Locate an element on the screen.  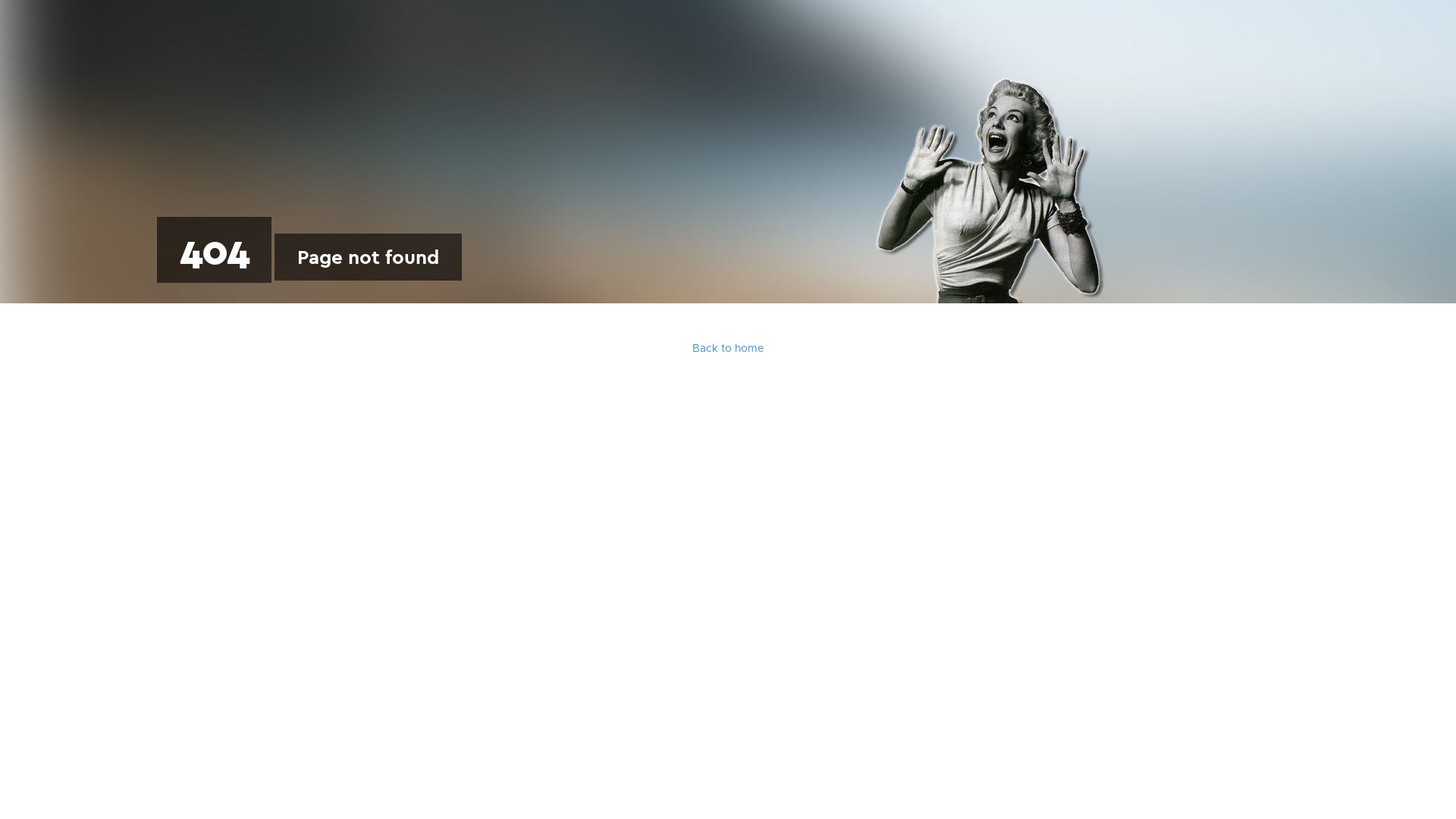
'Back to home' is located at coordinates (728, 348).